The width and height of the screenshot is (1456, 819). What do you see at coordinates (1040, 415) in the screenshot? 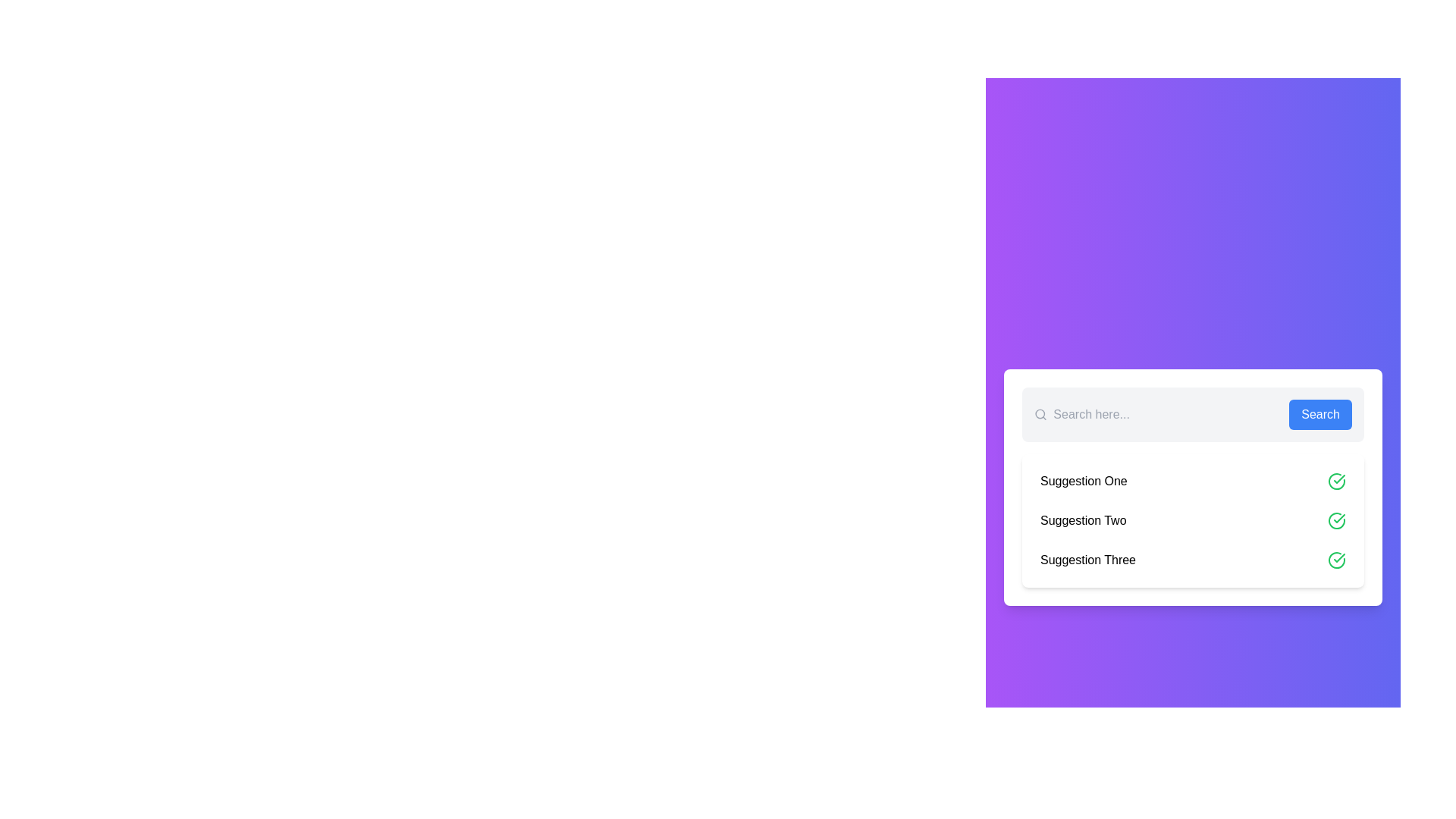
I see `the magnifying glass icon located inside the search bar, which is positioned on the left side of the input field for entering search terms` at bounding box center [1040, 415].